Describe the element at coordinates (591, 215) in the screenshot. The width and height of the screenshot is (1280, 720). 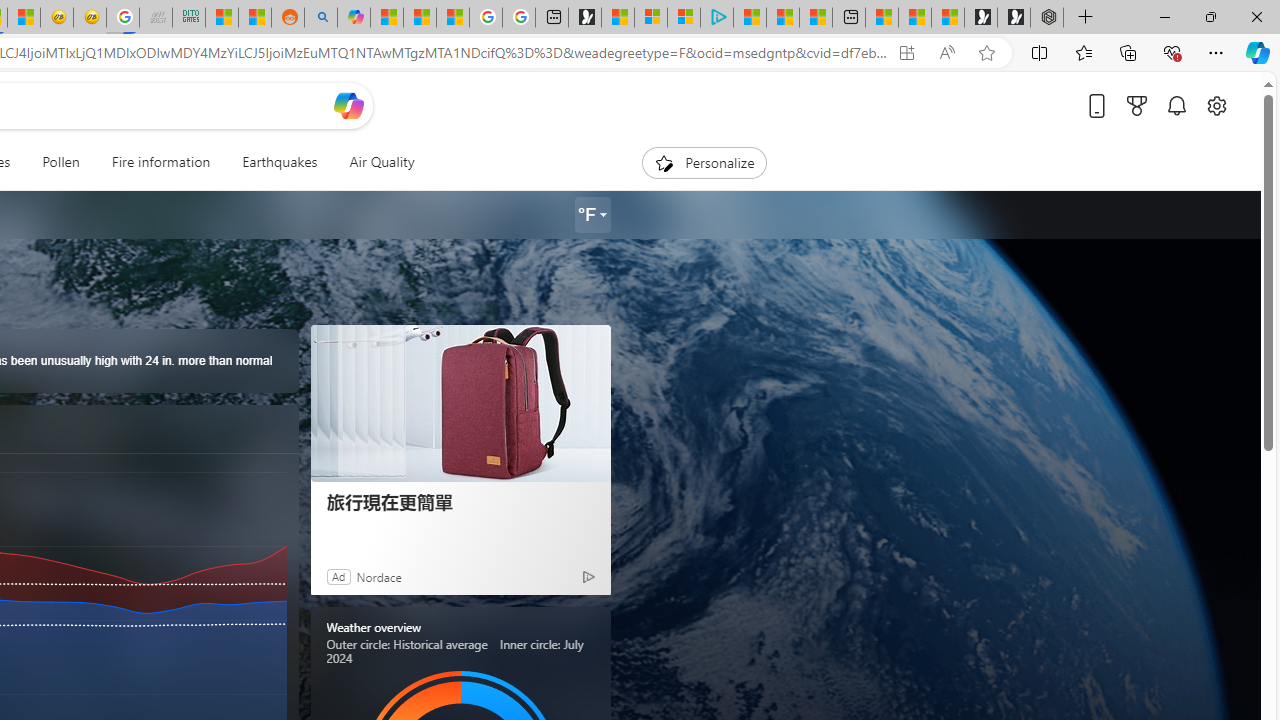
I see `'Weather settings'` at that location.